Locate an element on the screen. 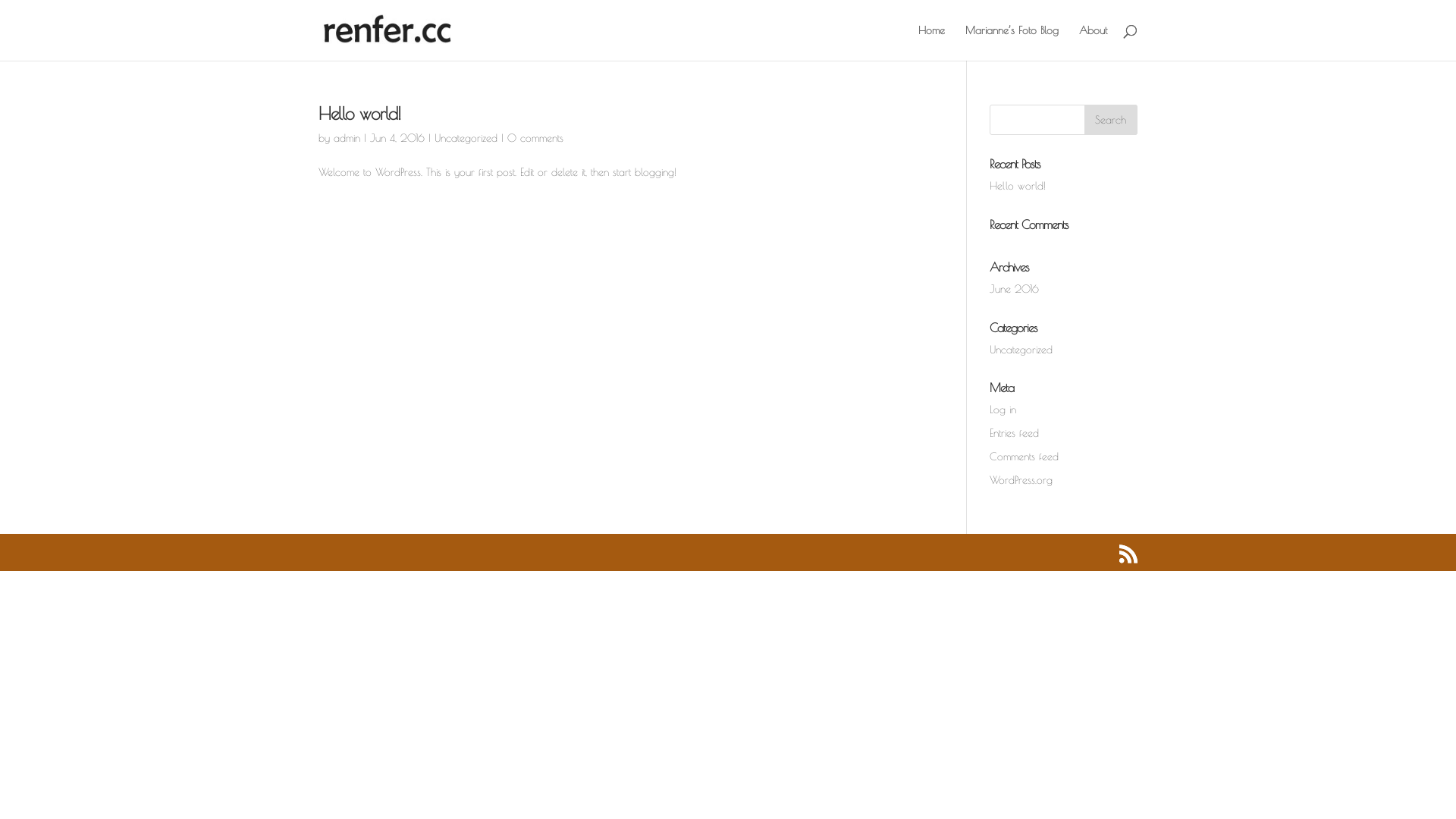  'Entries feed' is located at coordinates (1014, 432).